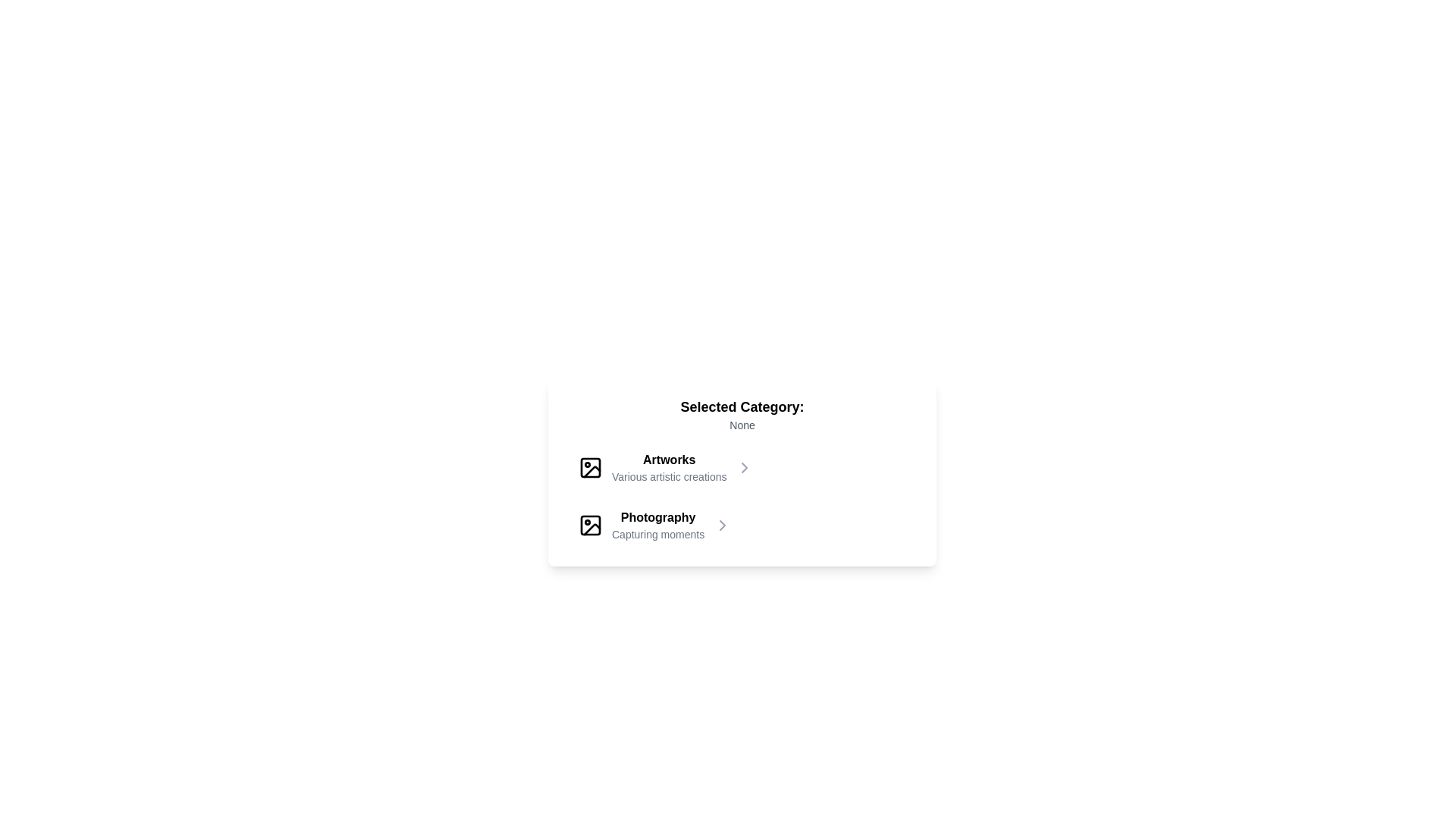  Describe the element at coordinates (745, 467) in the screenshot. I see `the right-facing chevron icon, which is gray and positioned to the right of the text 'Artworks Various artistic creations'` at that location.